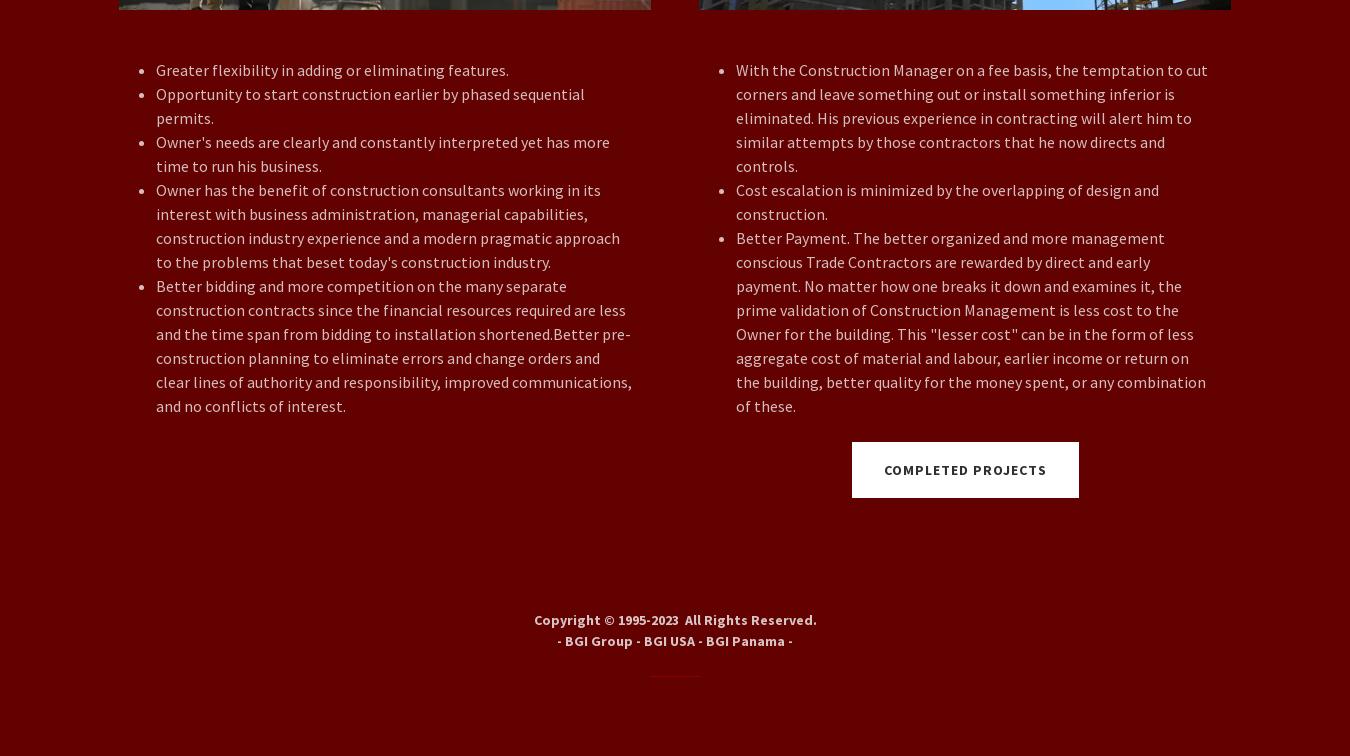 Image resolution: width=1350 pixels, height=756 pixels. What do you see at coordinates (963, 470) in the screenshot?
I see `'Completed Projects'` at bounding box center [963, 470].